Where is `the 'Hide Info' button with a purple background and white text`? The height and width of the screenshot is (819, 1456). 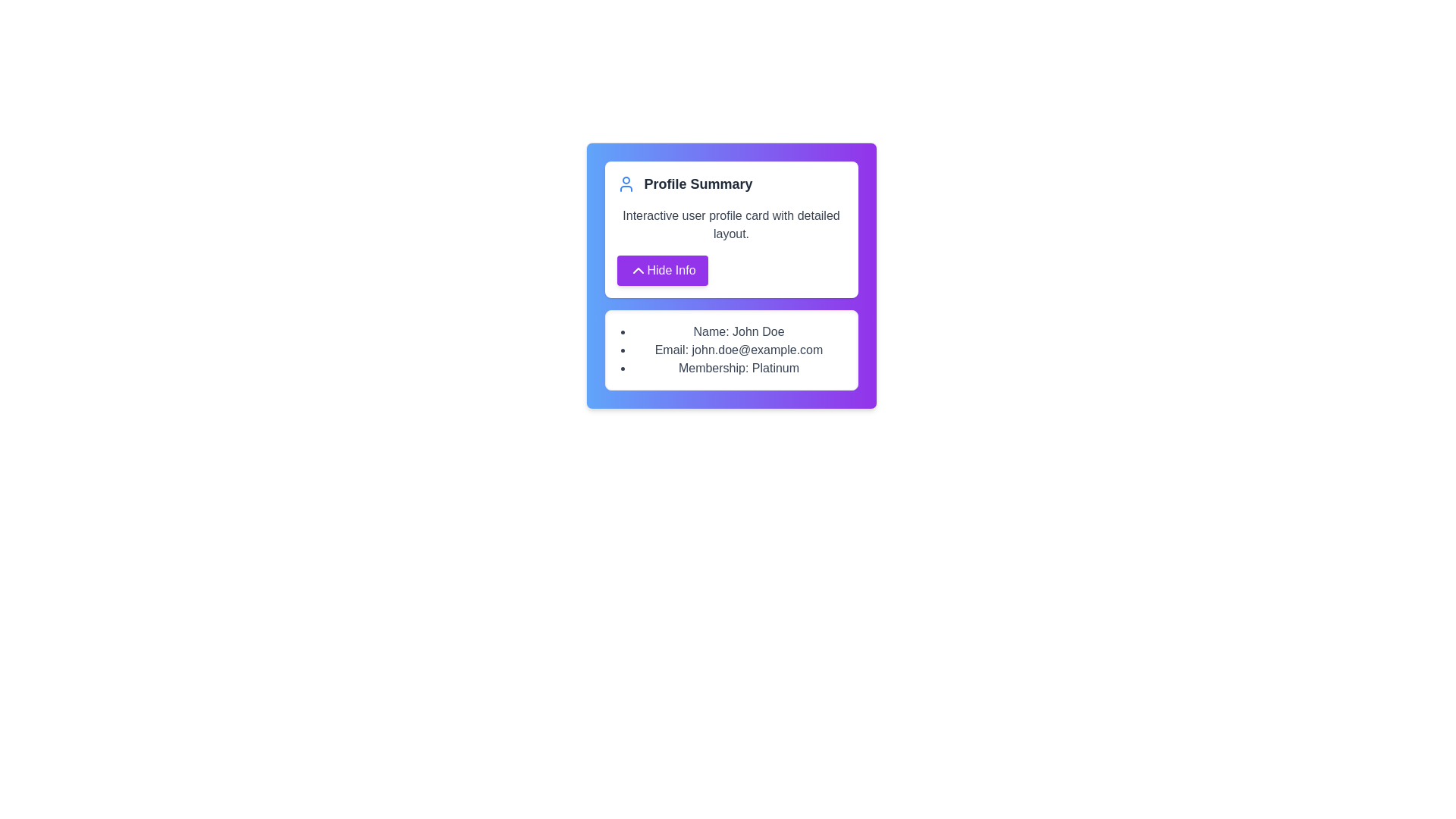
the 'Hide Info' button with a purple background and white text is located at coordinates (662, 270).